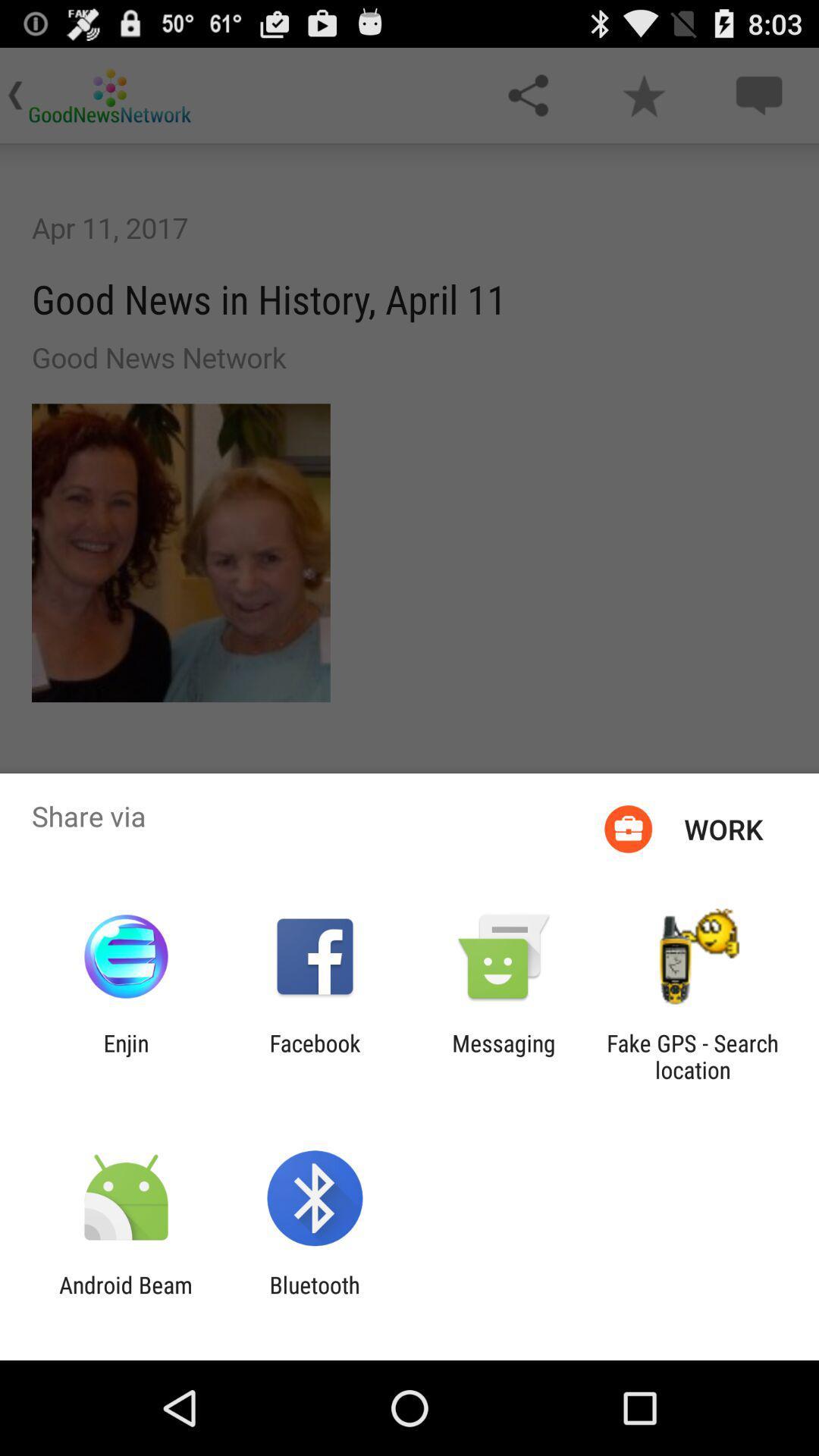 Image resolution: width=819 pixels, height=1456 pixels. I want to click on item next to the bluetooth, so click(125, 1298).